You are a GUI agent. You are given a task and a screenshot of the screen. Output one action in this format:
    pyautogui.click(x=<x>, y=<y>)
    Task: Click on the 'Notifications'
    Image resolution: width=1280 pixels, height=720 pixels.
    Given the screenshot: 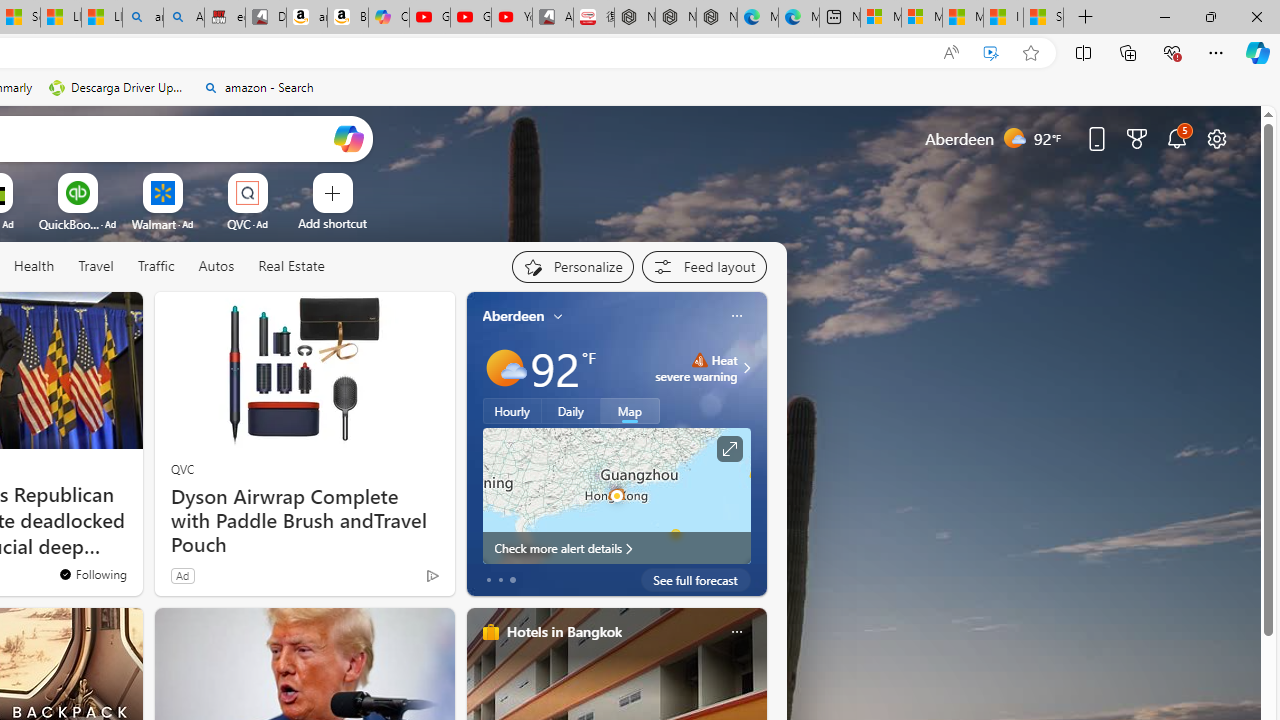 What is the action you would take?
    pyautogui.click(x=1176, y=137)
    